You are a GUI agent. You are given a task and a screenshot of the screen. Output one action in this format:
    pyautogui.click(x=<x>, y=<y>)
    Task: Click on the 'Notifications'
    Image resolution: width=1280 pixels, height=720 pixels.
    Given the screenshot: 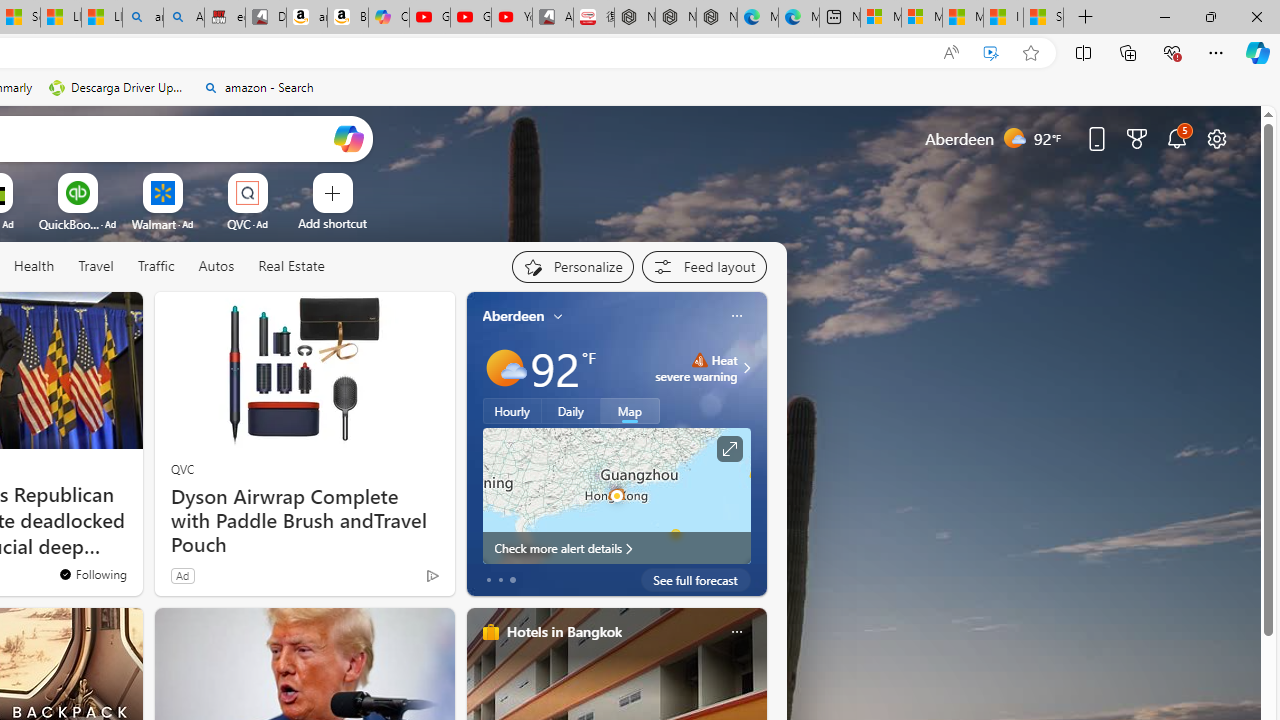 What is the action you would take?
    pyautogui.click(x=1176, y=137)
    